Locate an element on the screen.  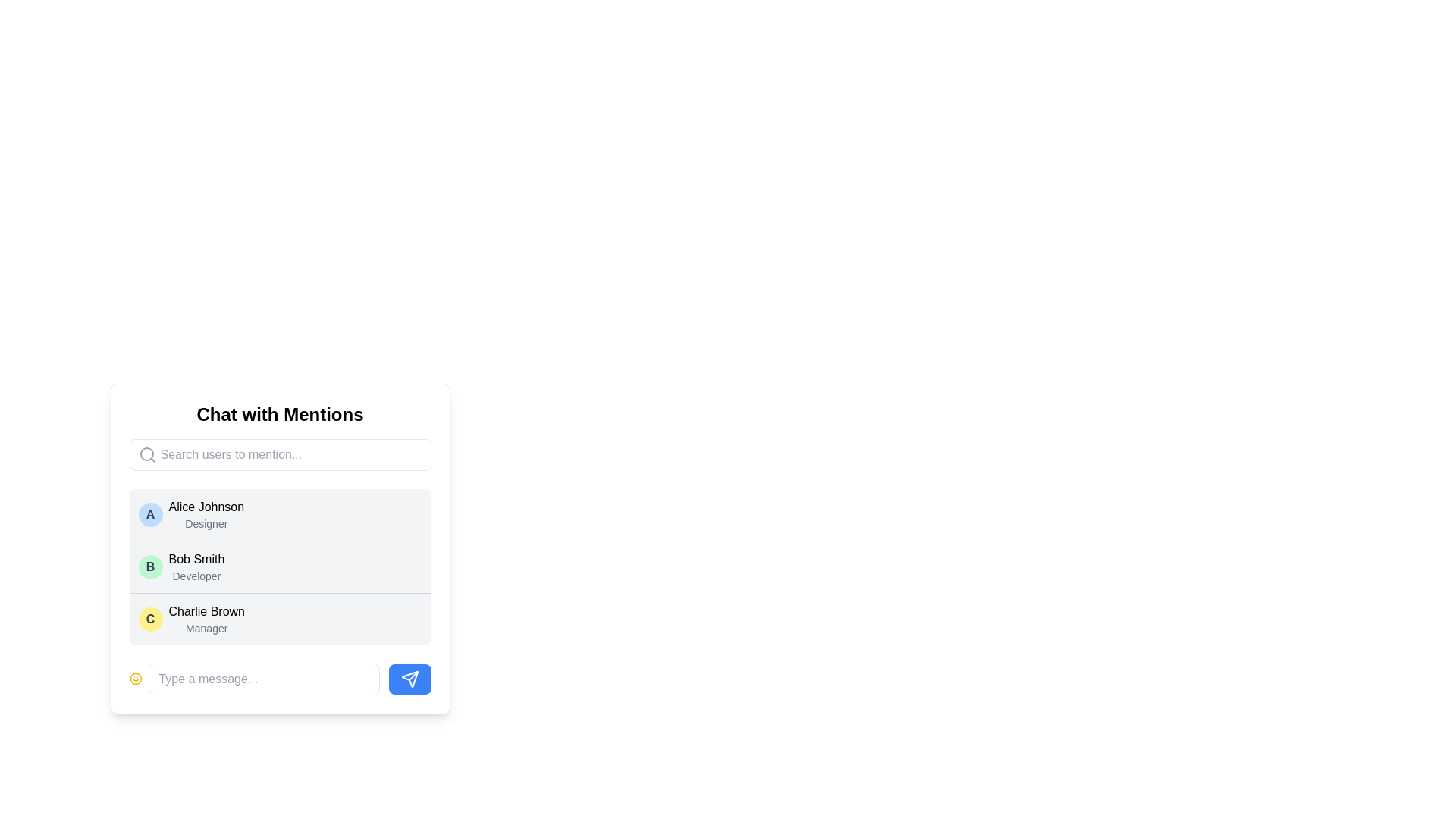
attributes of the central SVG Circle of the smiling face icon located to the left of the name 'Charlie Brown' in the user selection list is located at coordinates (136, 678).